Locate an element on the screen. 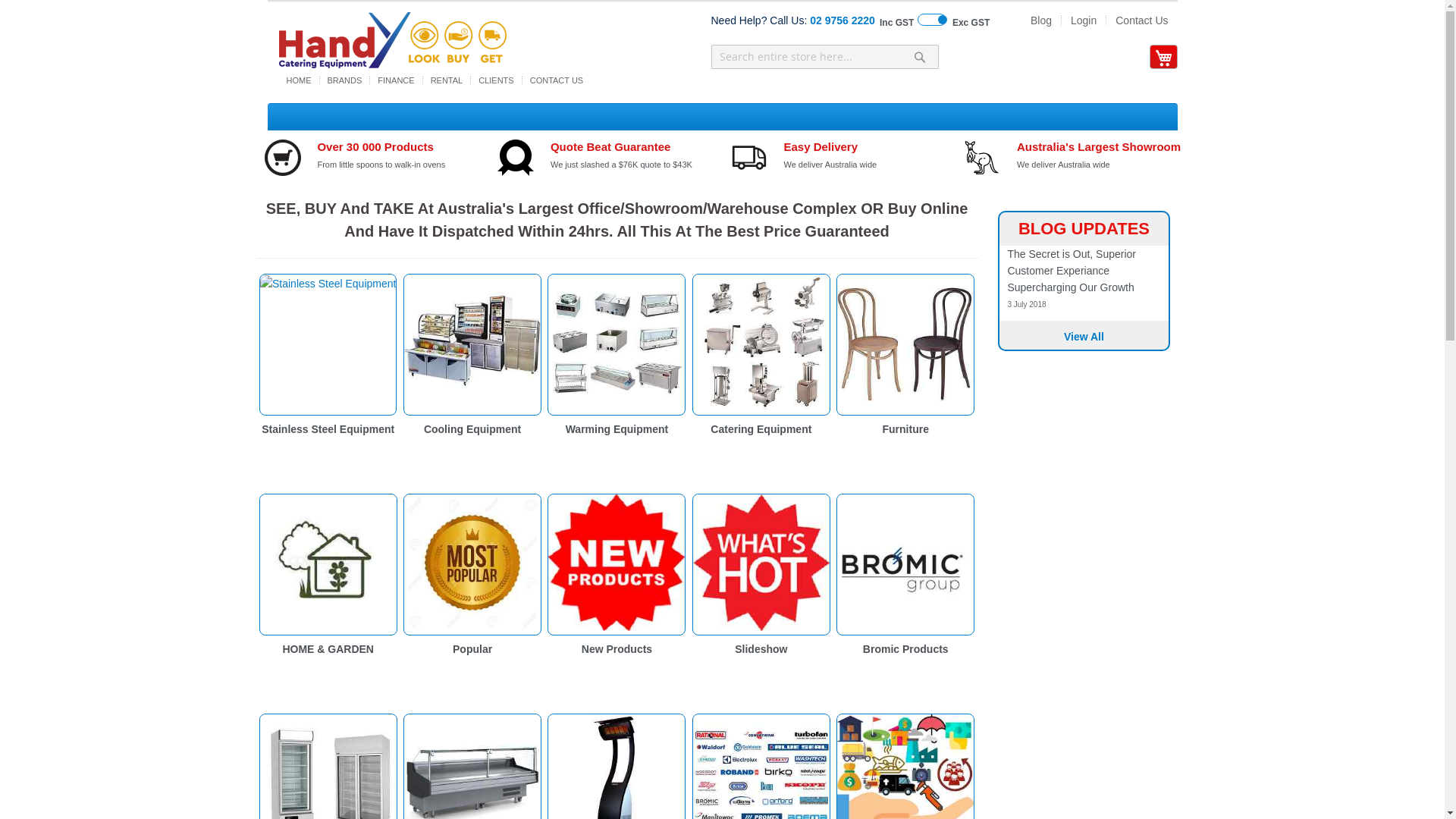 Image resolution: width=1456 pixels, height=819 pixels. 'View All' is located at coordinates (1083, 335).